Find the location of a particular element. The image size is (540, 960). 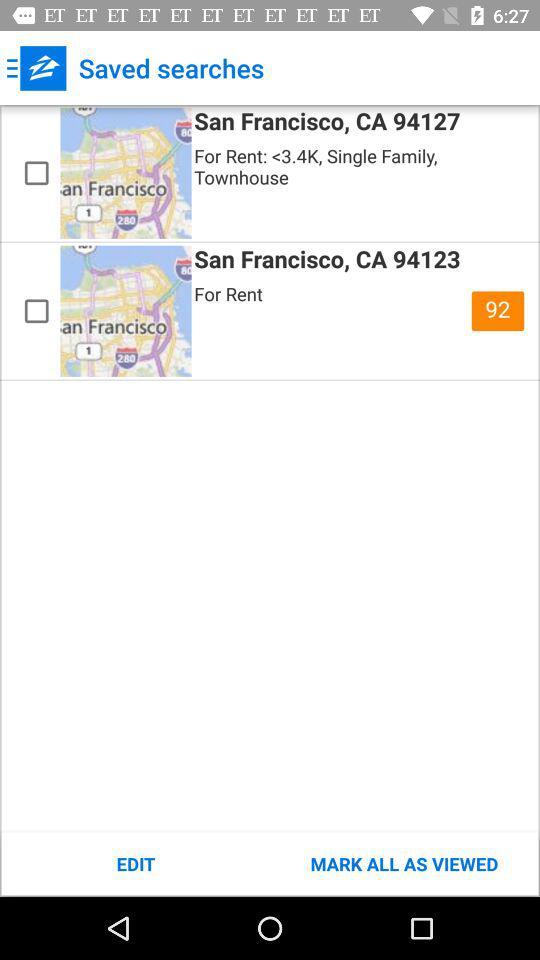

edit item is located at coordinates (135, 863).